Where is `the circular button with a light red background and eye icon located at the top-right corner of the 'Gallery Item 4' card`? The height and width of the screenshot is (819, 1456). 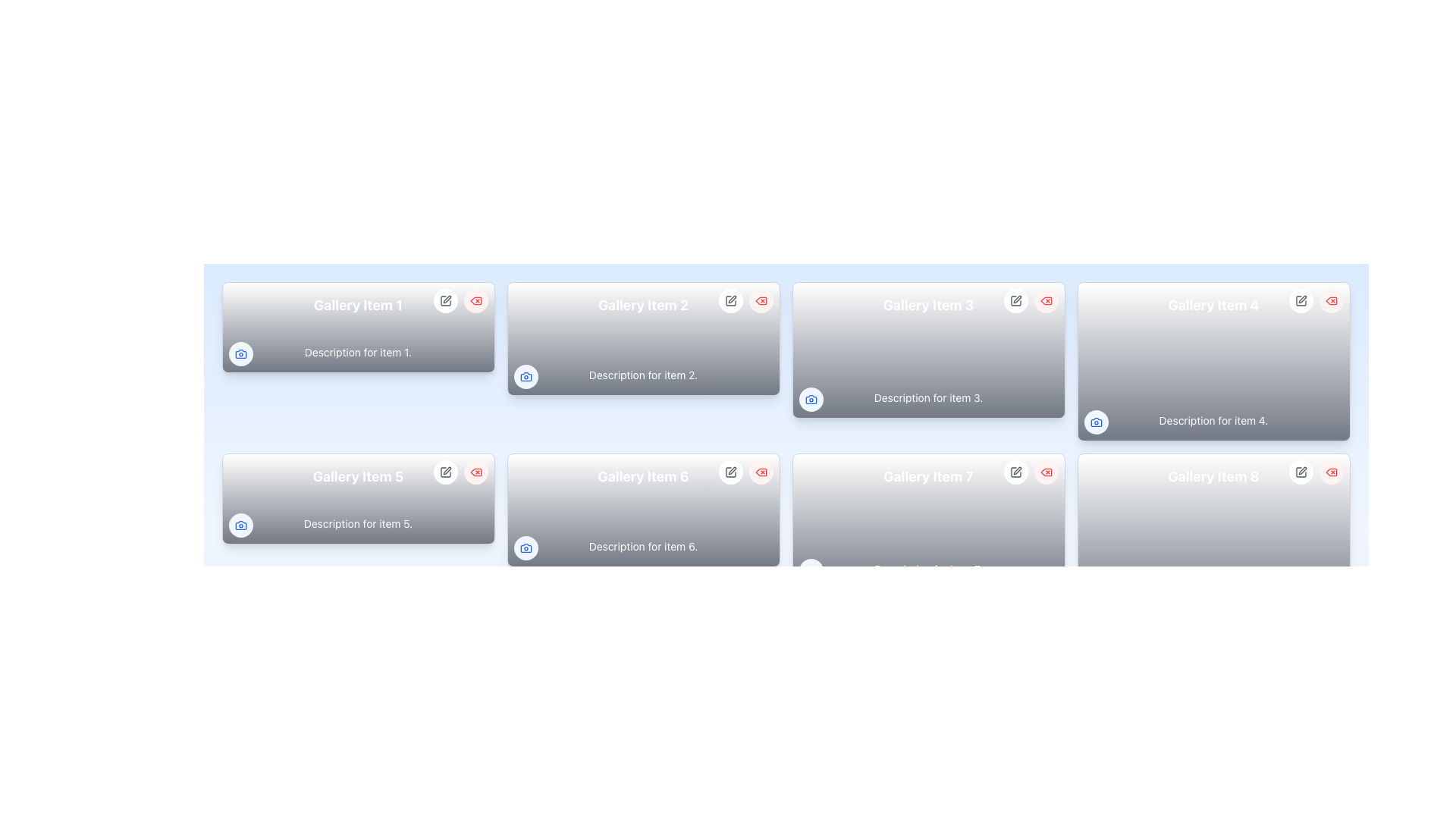
the circular button with a light red background and eye icon located at the top-right corner of the 'Gallery Item 4' card is located at coordinates (1330, 301).